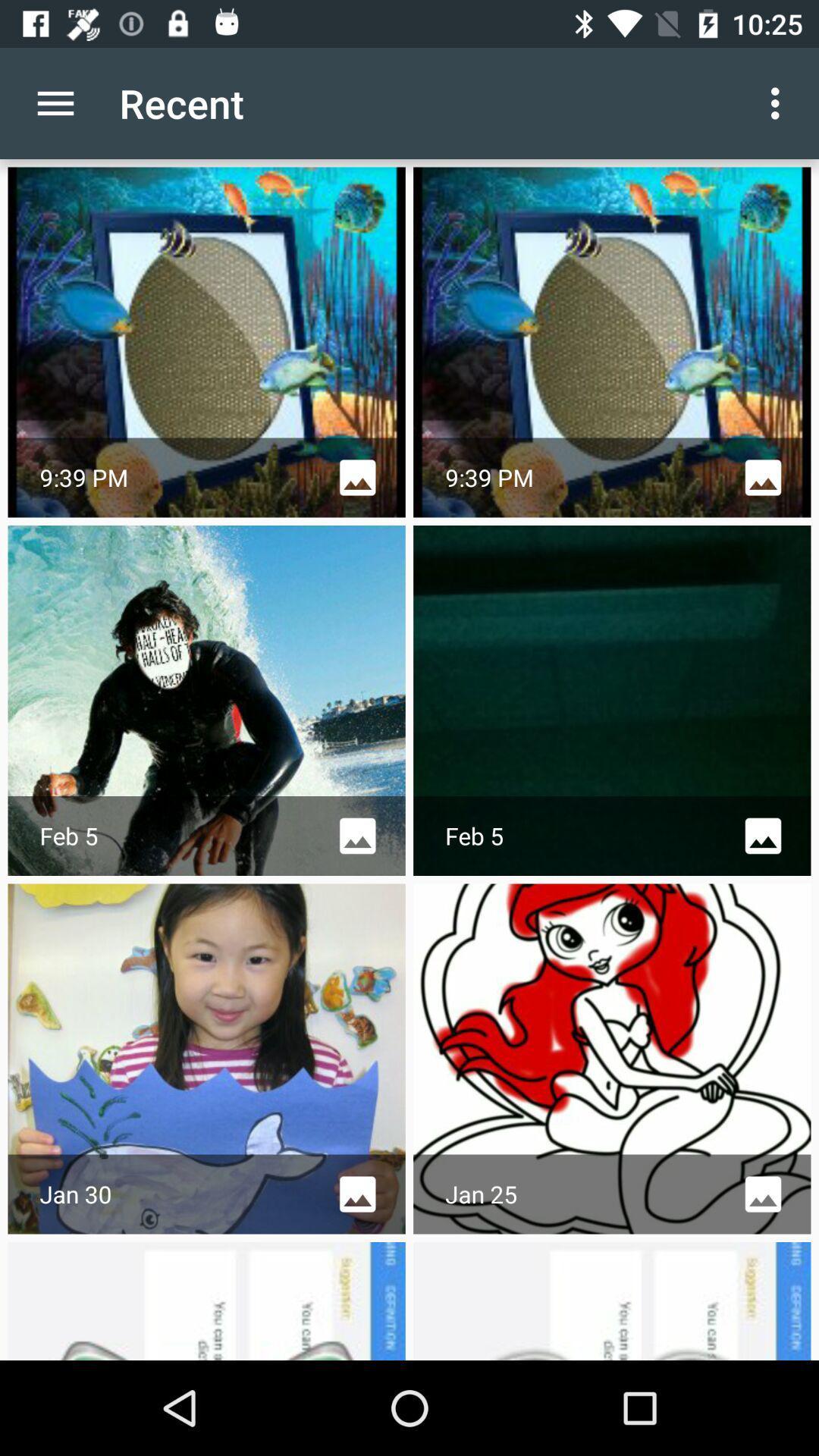 The width and height of the screenshot is (819, 1456). Describe the element at coordinates (55, 102) in the screenshot. I see `the item to the left of the recent` at that location.